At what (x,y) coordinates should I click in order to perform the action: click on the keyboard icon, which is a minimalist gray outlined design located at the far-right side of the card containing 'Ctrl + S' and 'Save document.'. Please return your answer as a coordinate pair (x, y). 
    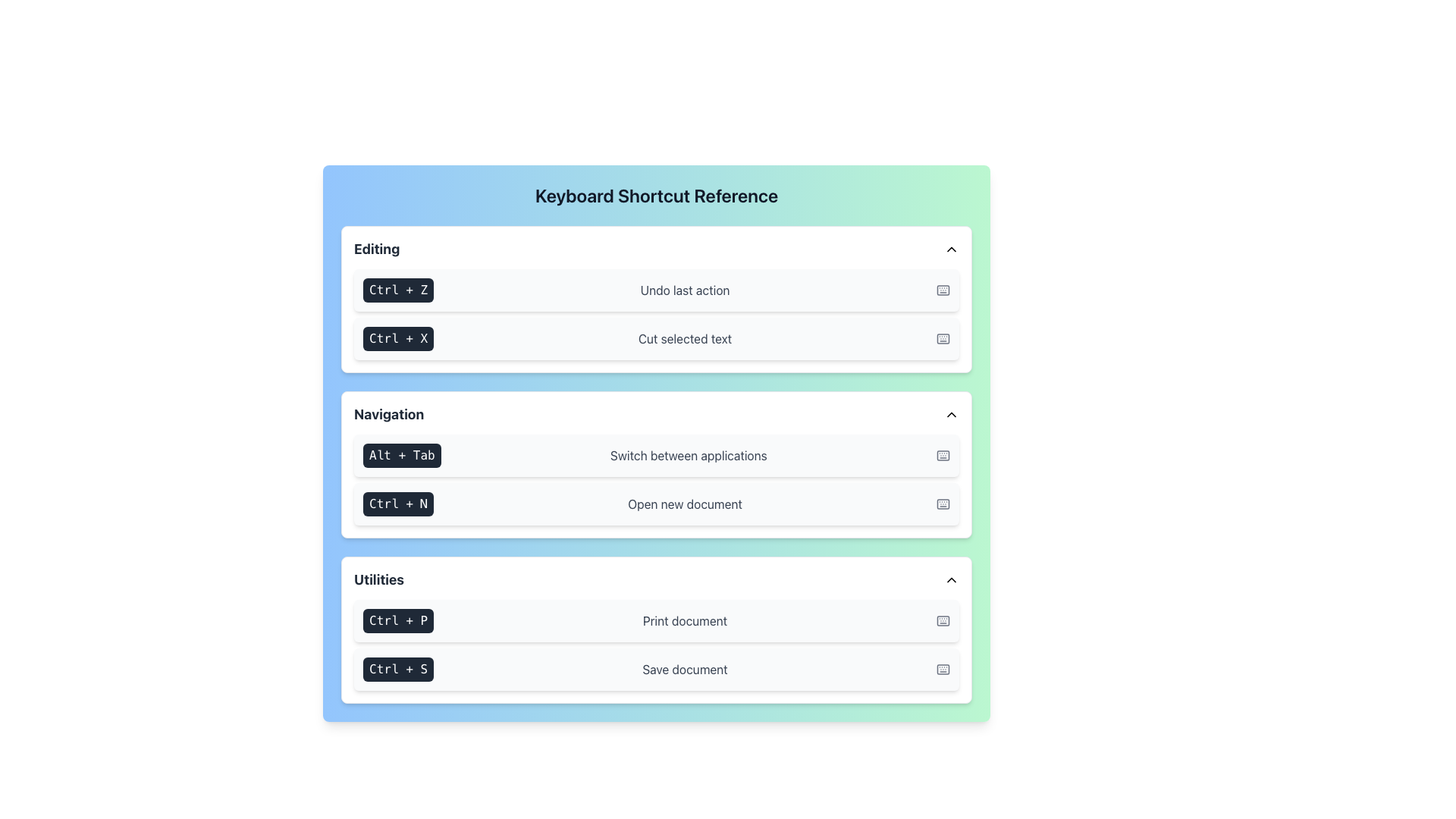
    Looking at the image, I should click on (942, 669).